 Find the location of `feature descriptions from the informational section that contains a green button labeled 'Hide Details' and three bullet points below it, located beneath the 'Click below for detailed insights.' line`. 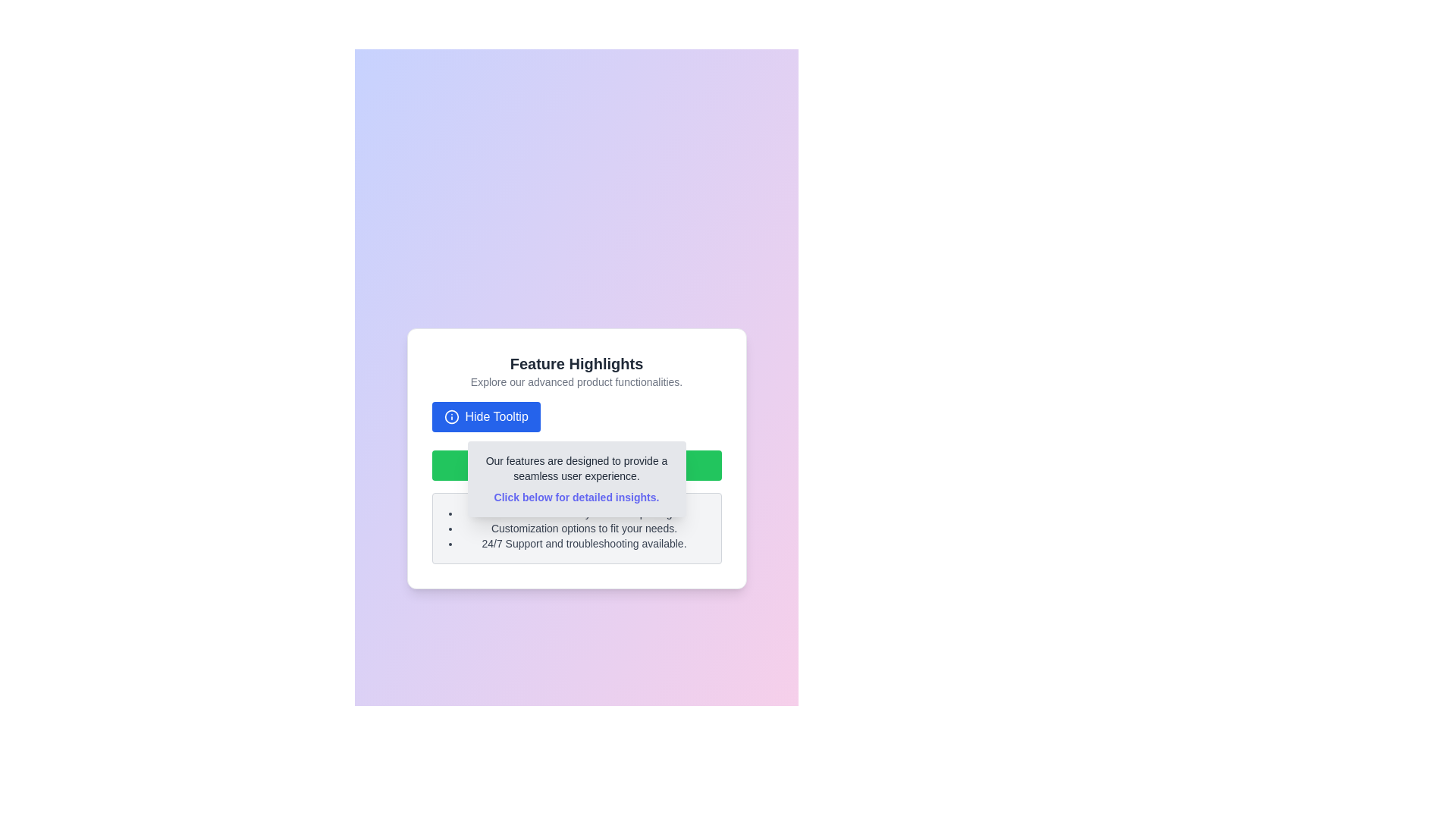

feature descriptions from the informational section that contains a green button labeled 'Hide Details' and three bullet points below it, located beneath the 'Click below for detailed insights.' line is located at coordinates (576, 507).